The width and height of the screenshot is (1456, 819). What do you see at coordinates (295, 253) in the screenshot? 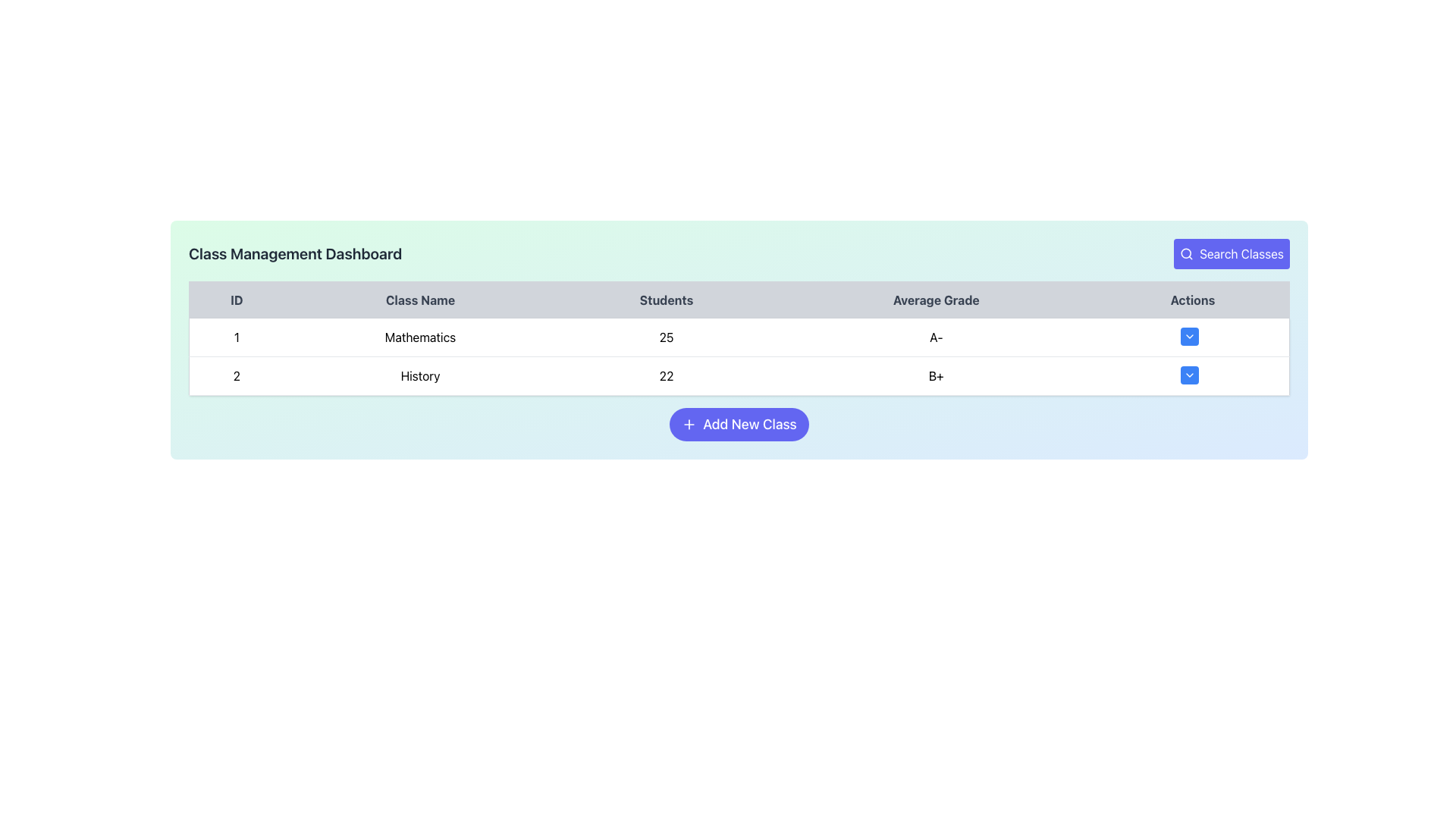
I see `title text located at the top-left portion of the interface, which indicates the purpose or name of the section` at bounding box center [295, 253].